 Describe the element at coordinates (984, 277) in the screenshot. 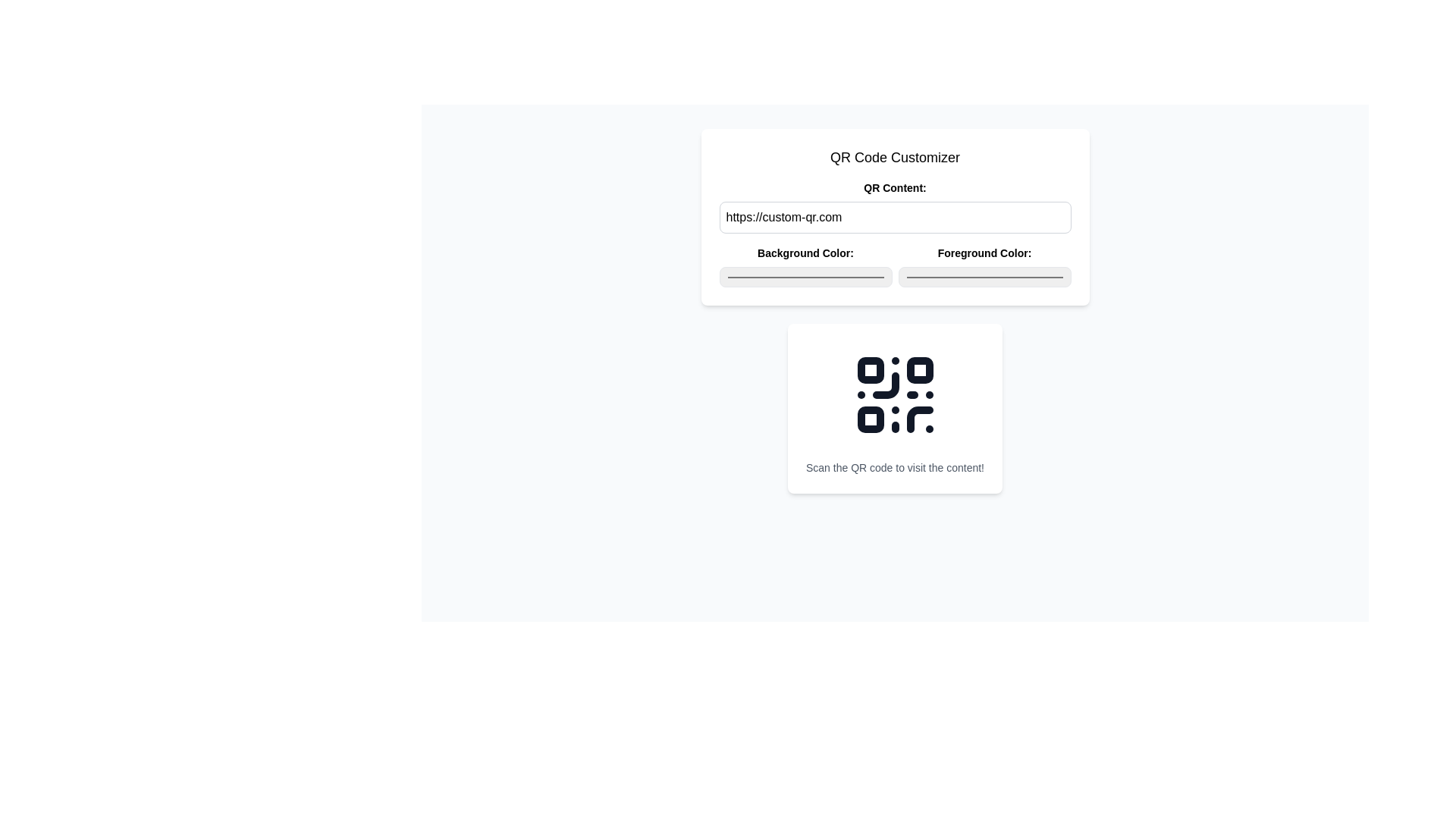

I see `the Color Picker element located below the 'Foreground Color:' label` at that location.